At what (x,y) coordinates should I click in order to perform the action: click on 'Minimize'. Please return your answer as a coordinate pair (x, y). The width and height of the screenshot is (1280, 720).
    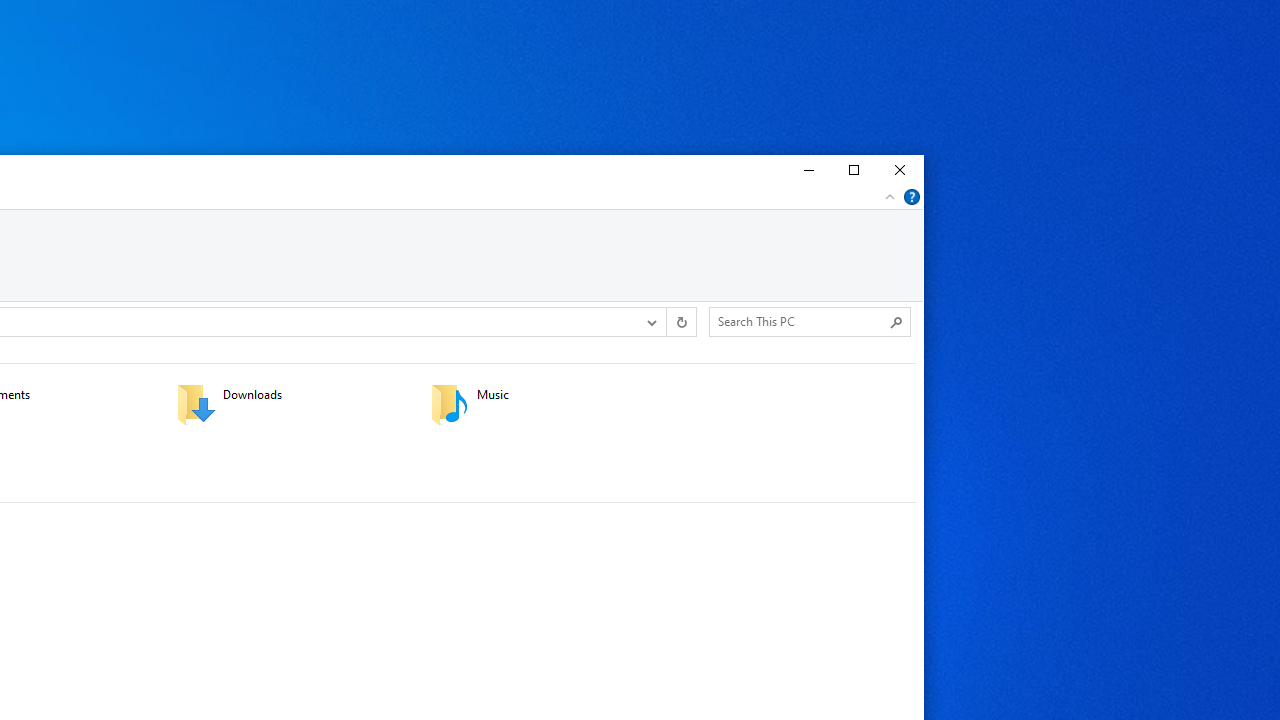
    Looking at the image, I should click on (807, 170).